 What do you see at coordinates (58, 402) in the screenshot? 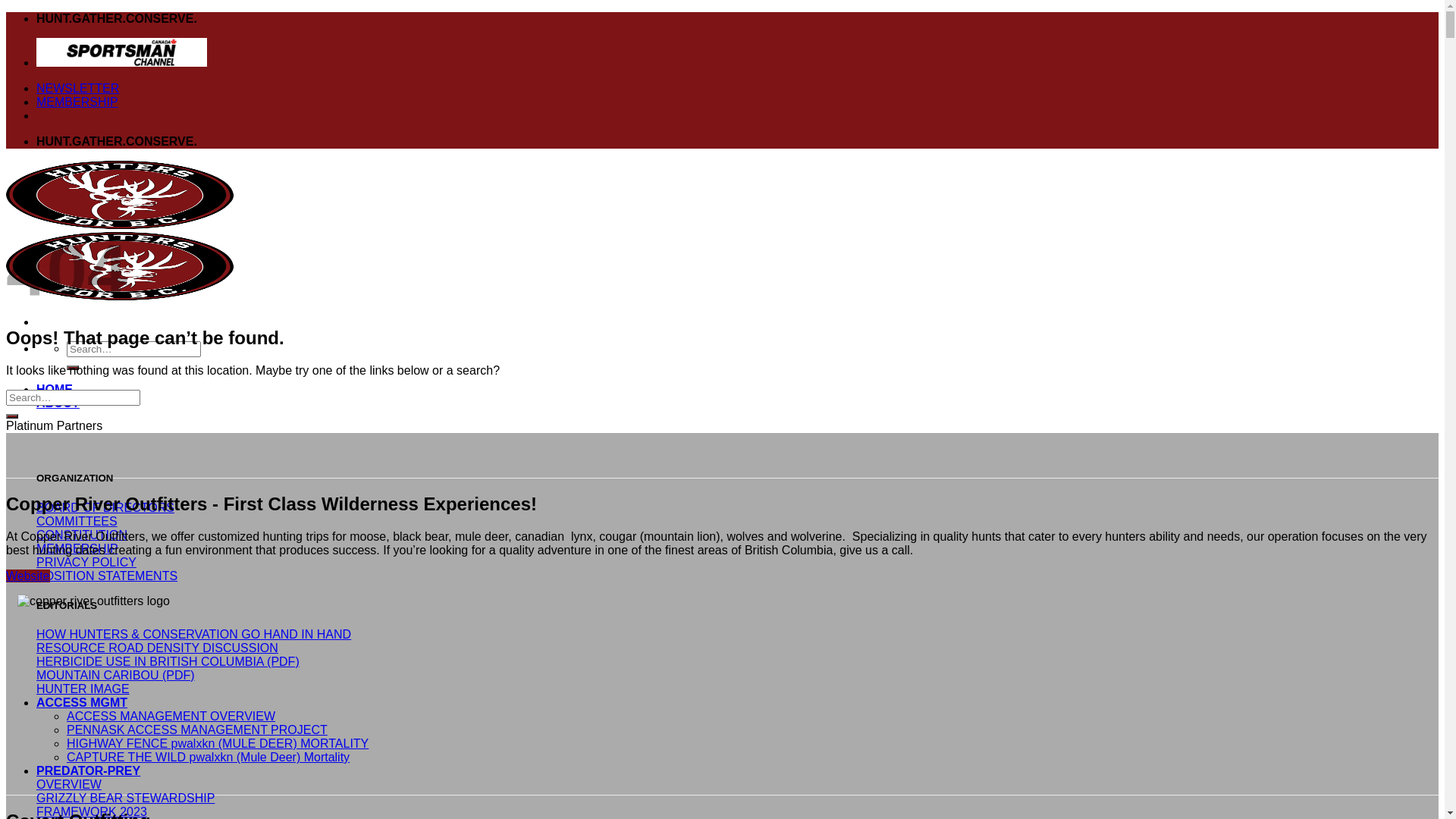
I see `'ABOUT'` at bounding box center [58, 402].